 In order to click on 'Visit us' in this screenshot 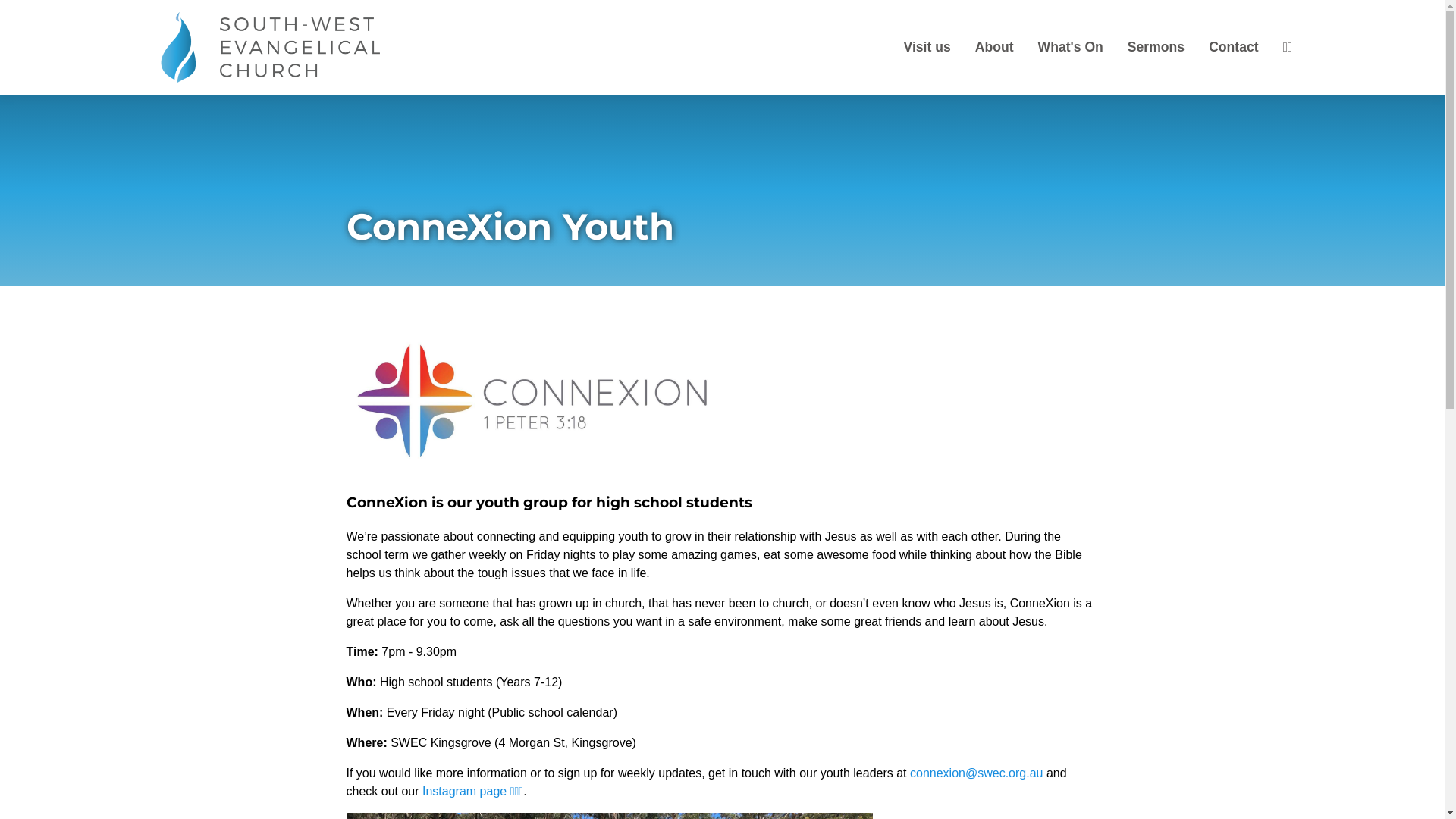, I will do `click(926, 45)`.